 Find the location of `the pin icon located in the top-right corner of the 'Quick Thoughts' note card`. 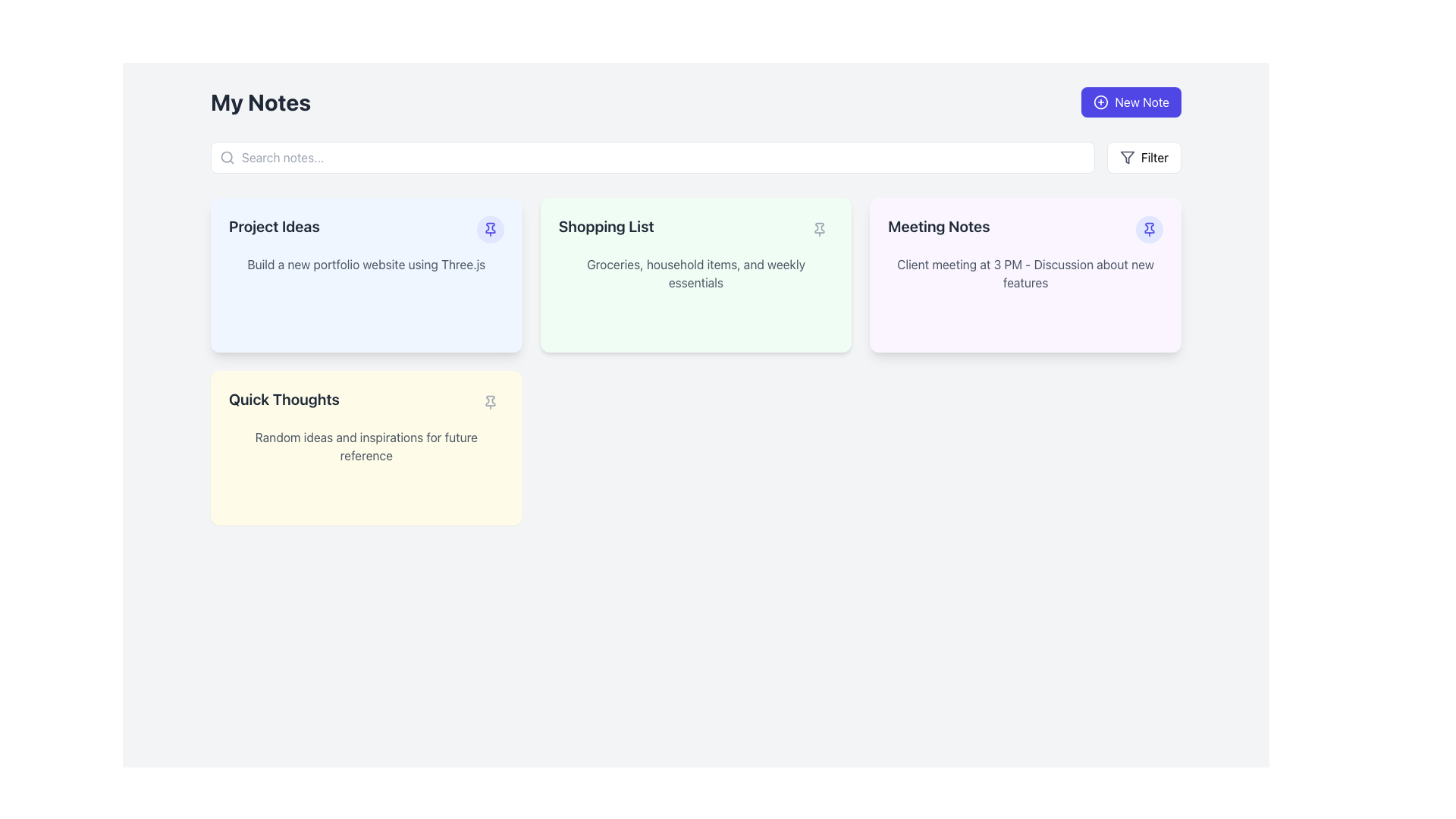

the pin icon located in the top-right corner of the 'Quick Thoughts' note card is located at coordinates (490, 400).